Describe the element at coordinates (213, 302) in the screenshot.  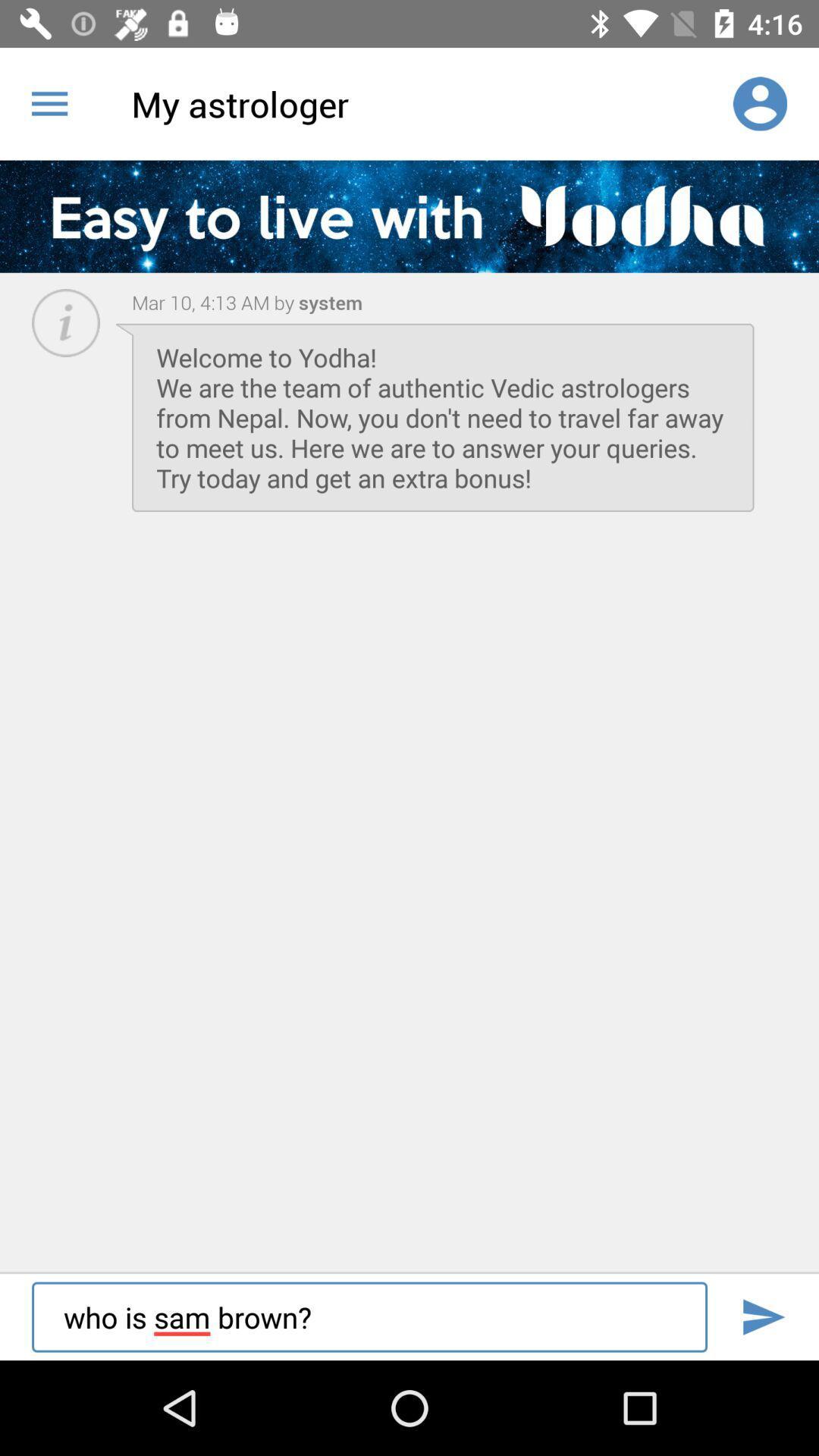
I see `the icon next to the system` at that location.